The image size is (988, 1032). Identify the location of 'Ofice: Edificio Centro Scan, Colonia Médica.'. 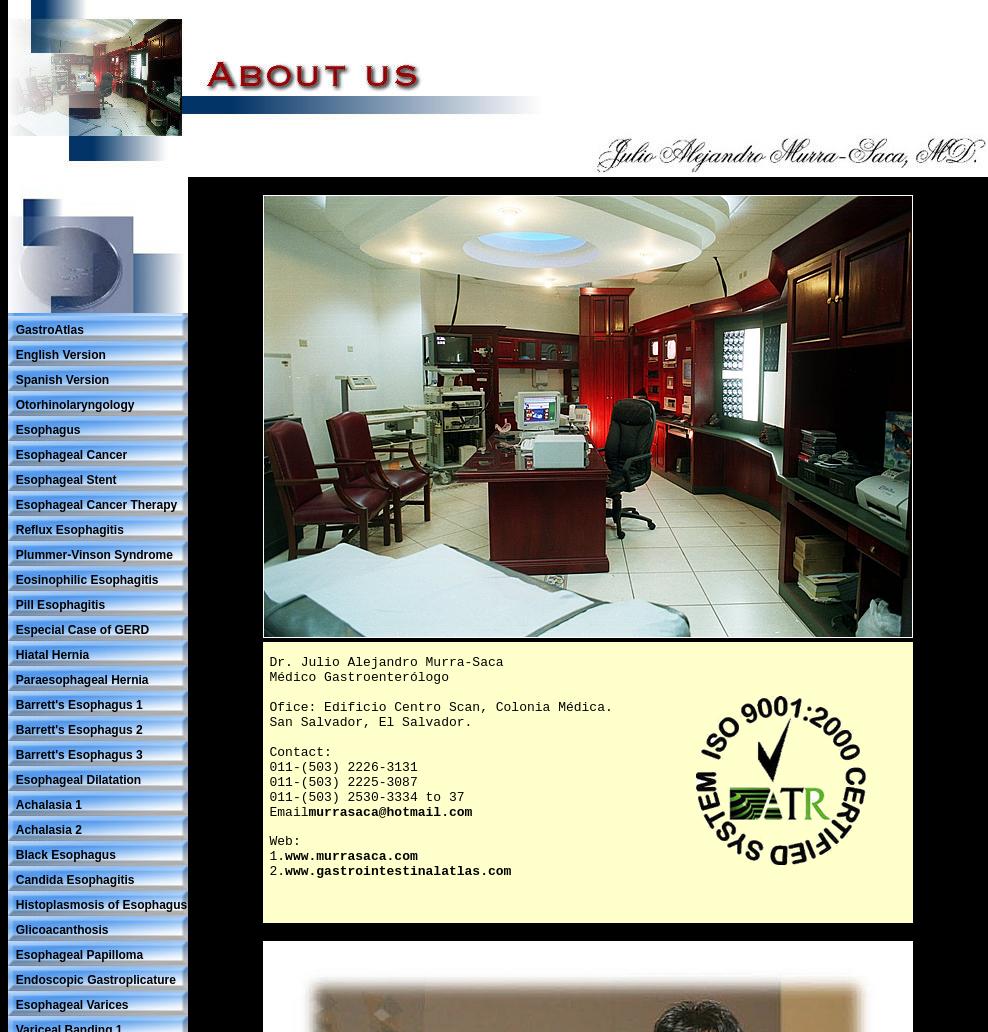
(440, 706).